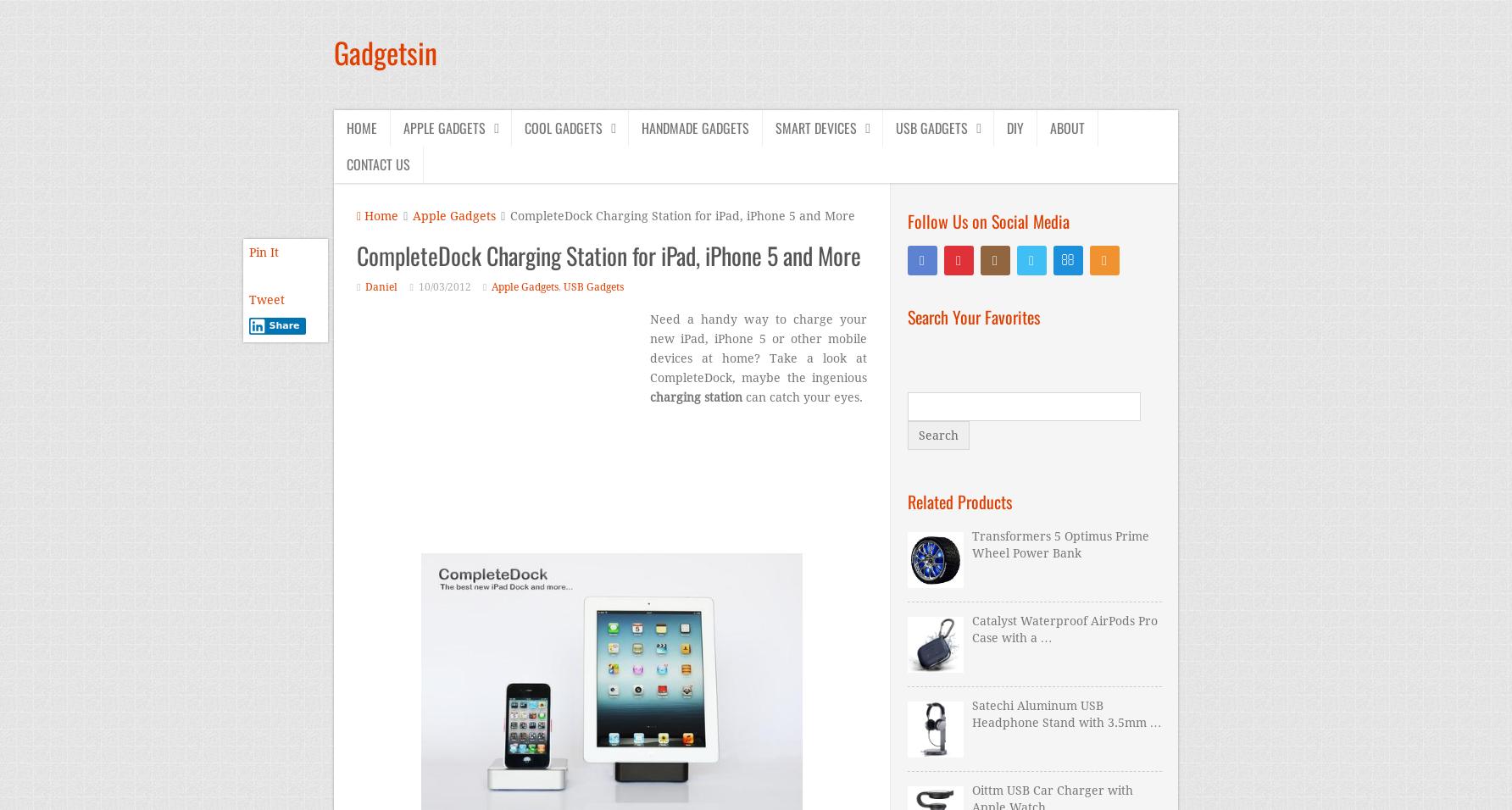 This screenshot has height=810, width=1512. Describe the element at coordinates (1065, 714) in the screenshot. I see `'Satechi Aluminum USB Headphone Stand with 3.5mm …'` at that location.